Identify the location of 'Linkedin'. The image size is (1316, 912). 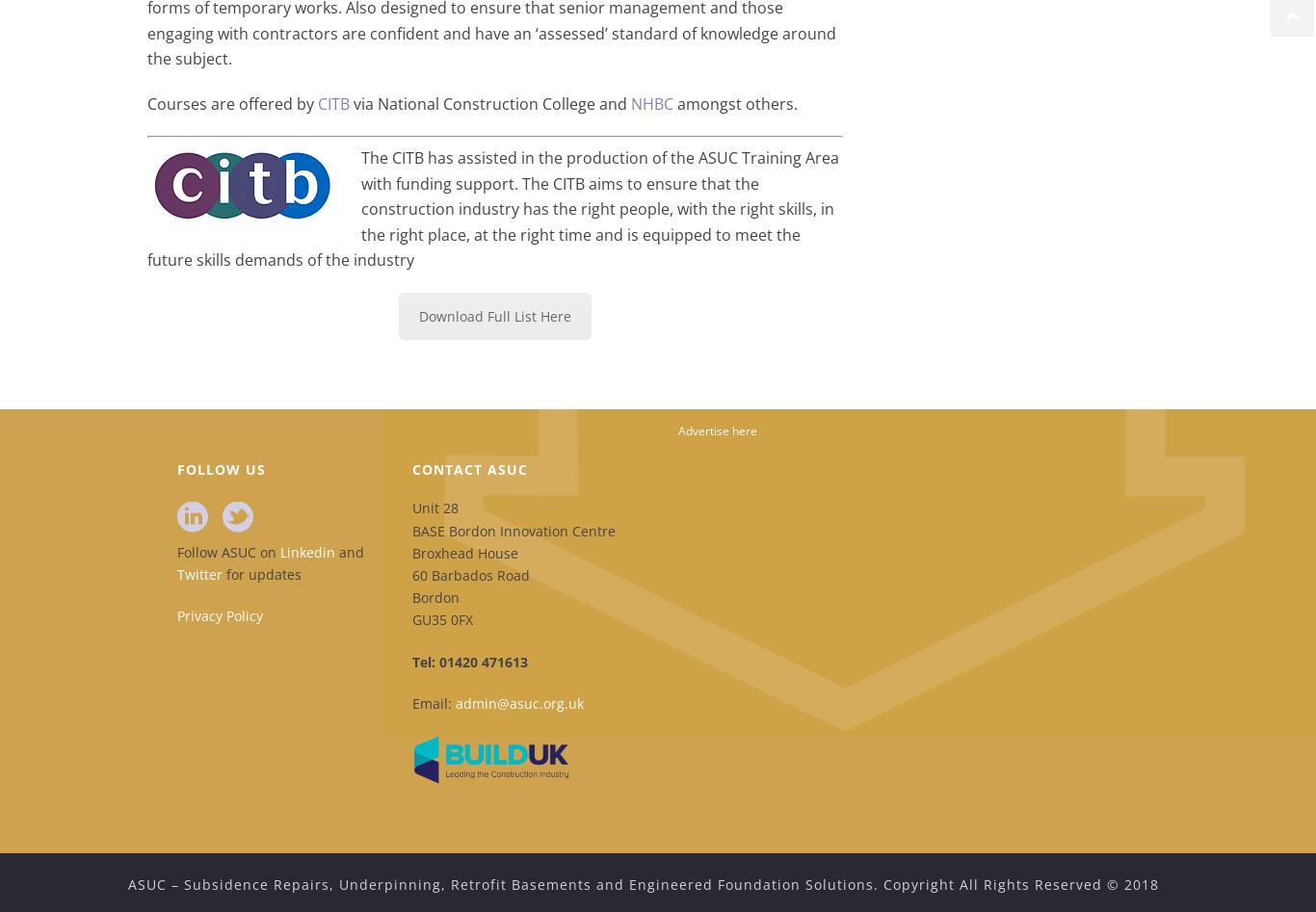
(306, 551).